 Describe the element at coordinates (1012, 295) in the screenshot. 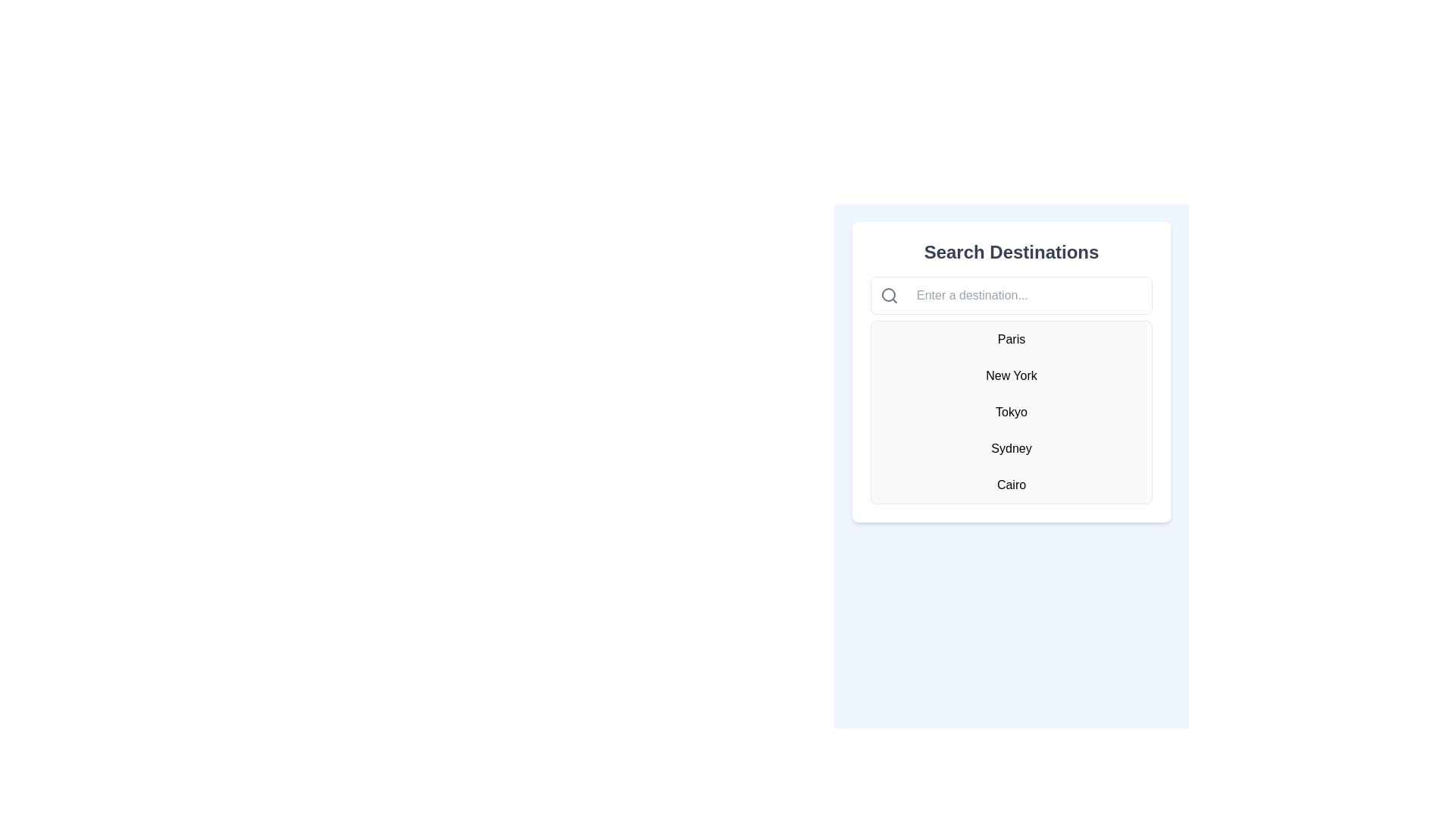

I see `the text input field for searching destinations, which is located below the header 'Search Destinations' and above the list of destination names` at that location.